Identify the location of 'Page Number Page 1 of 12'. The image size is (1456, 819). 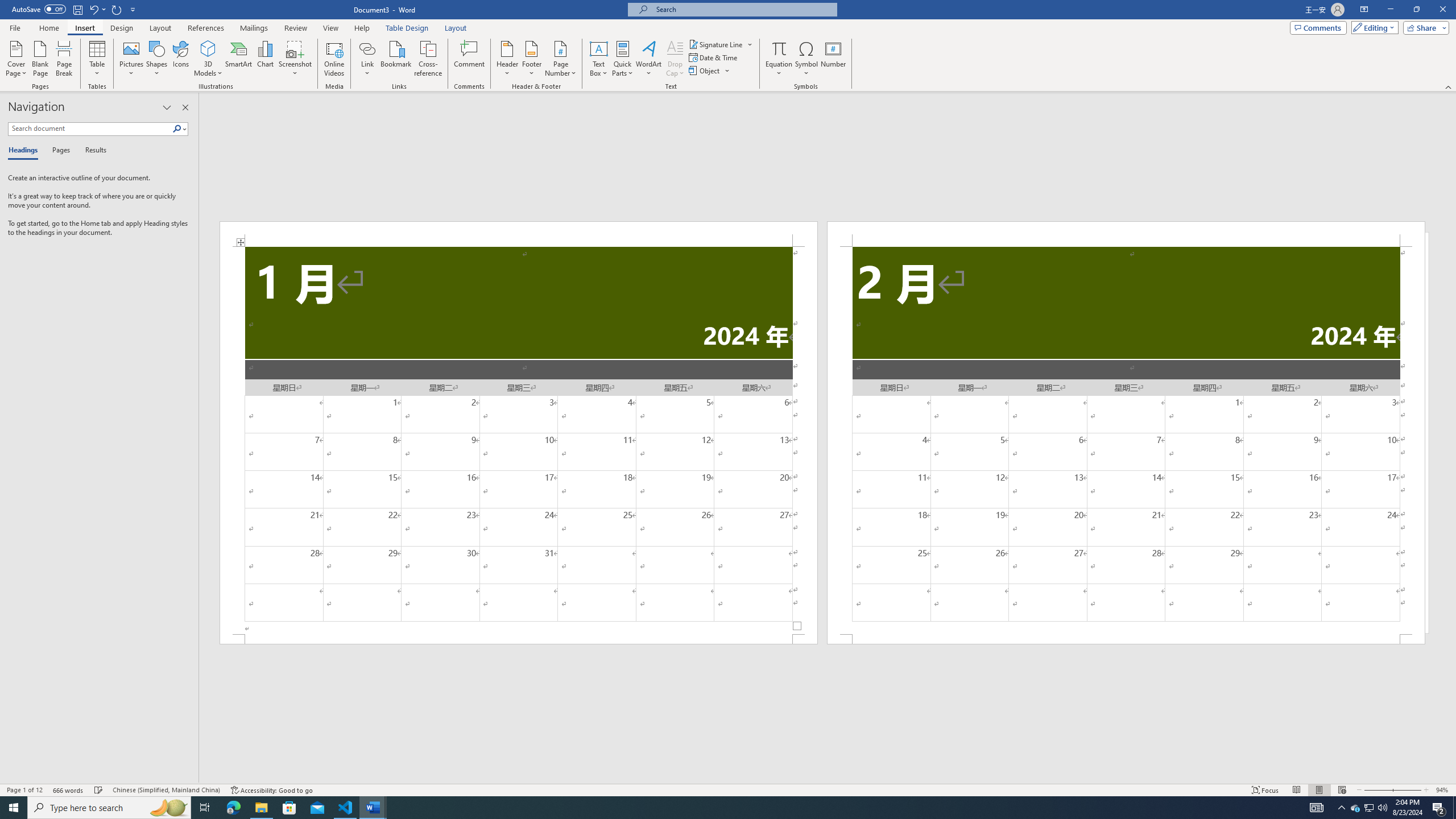
(24, 790).